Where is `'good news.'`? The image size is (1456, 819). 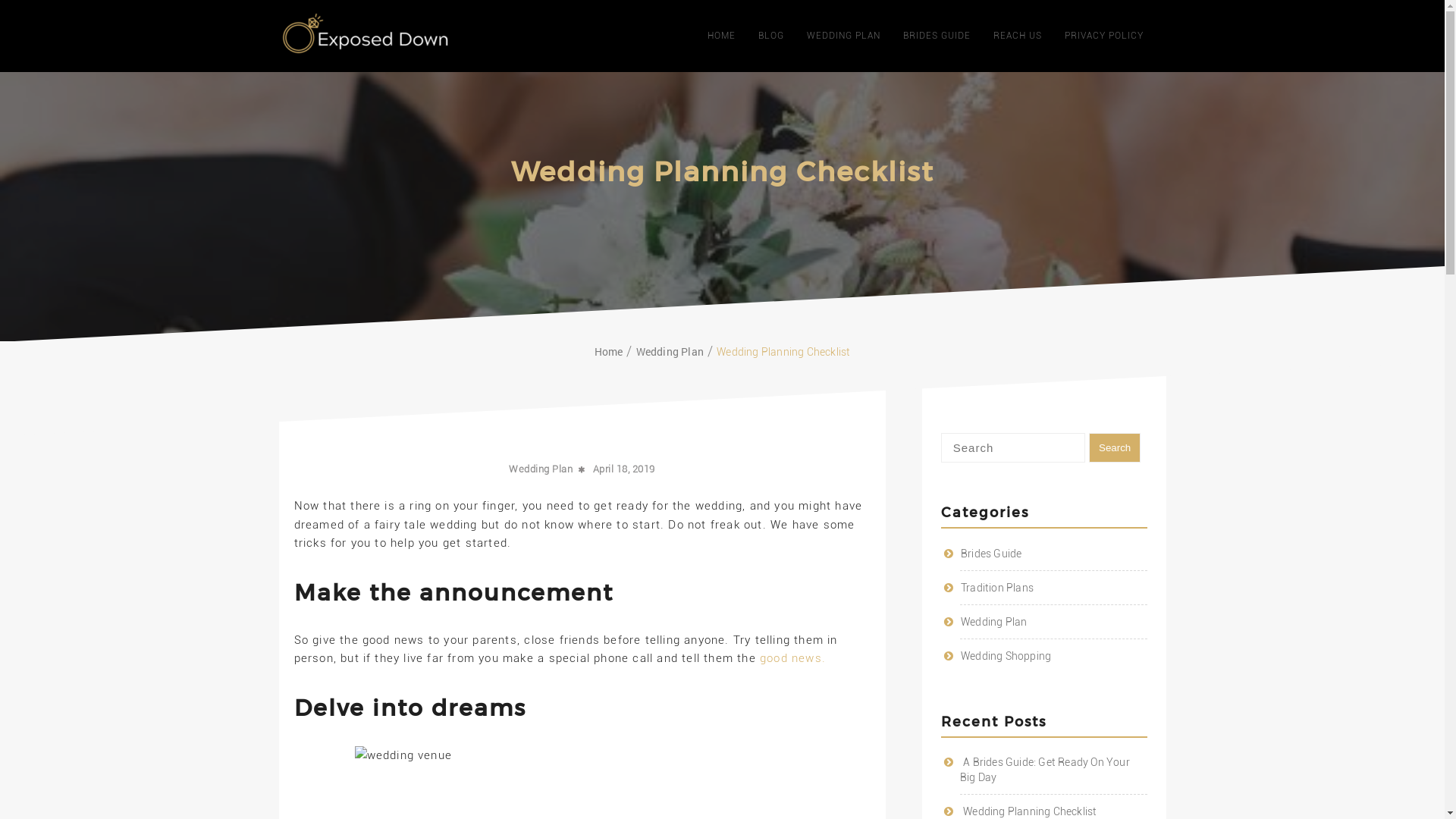 'good news.' is located at coordinates (792, 657).